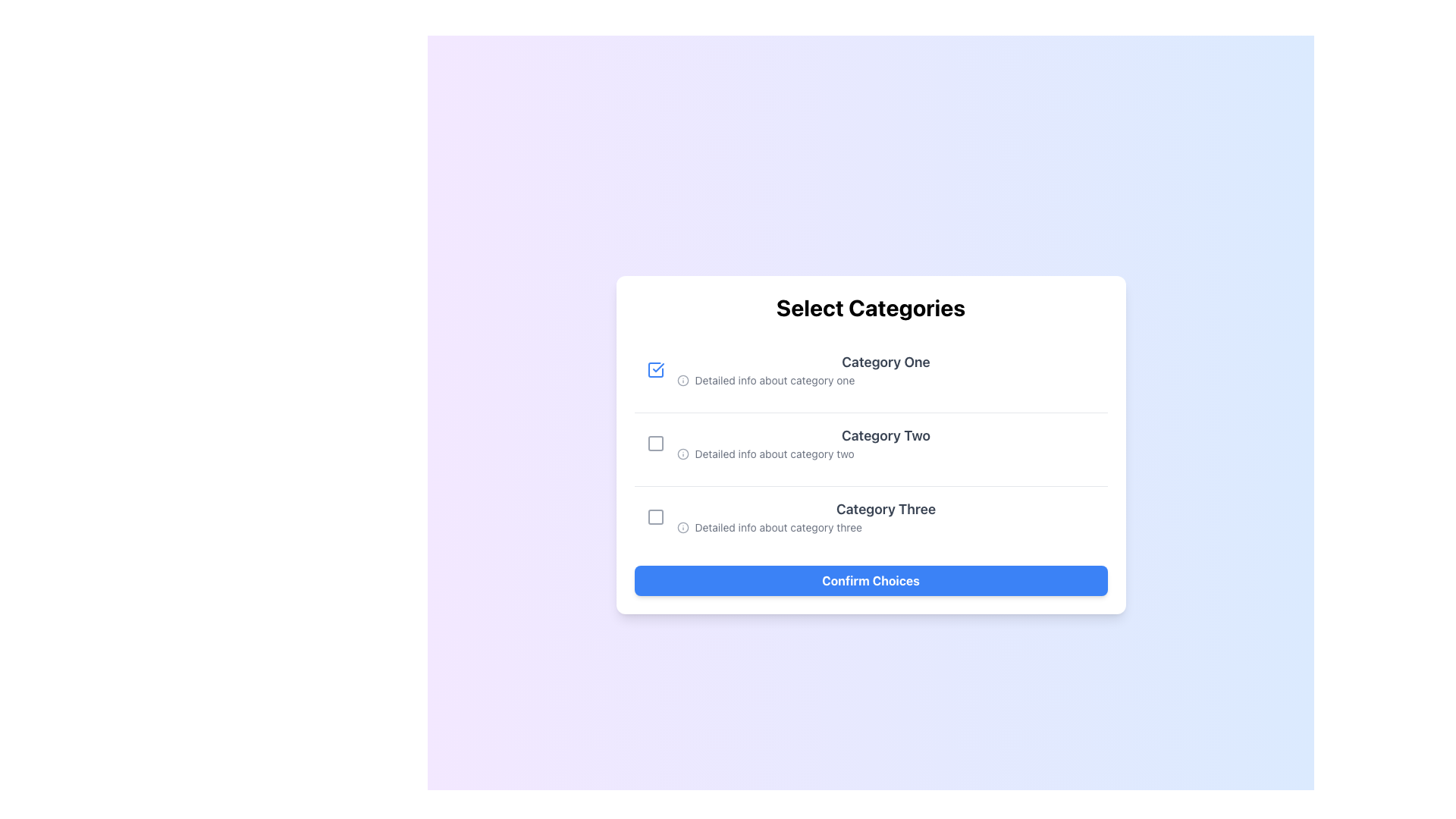 Image resolution: width=1456 pixels, height=819 pixels. Describe the element at coordinates (655, 516) in the screenshot. I see `the square checkbox located to the left of the 'Category Three' title to observe any hover effects` at that location.